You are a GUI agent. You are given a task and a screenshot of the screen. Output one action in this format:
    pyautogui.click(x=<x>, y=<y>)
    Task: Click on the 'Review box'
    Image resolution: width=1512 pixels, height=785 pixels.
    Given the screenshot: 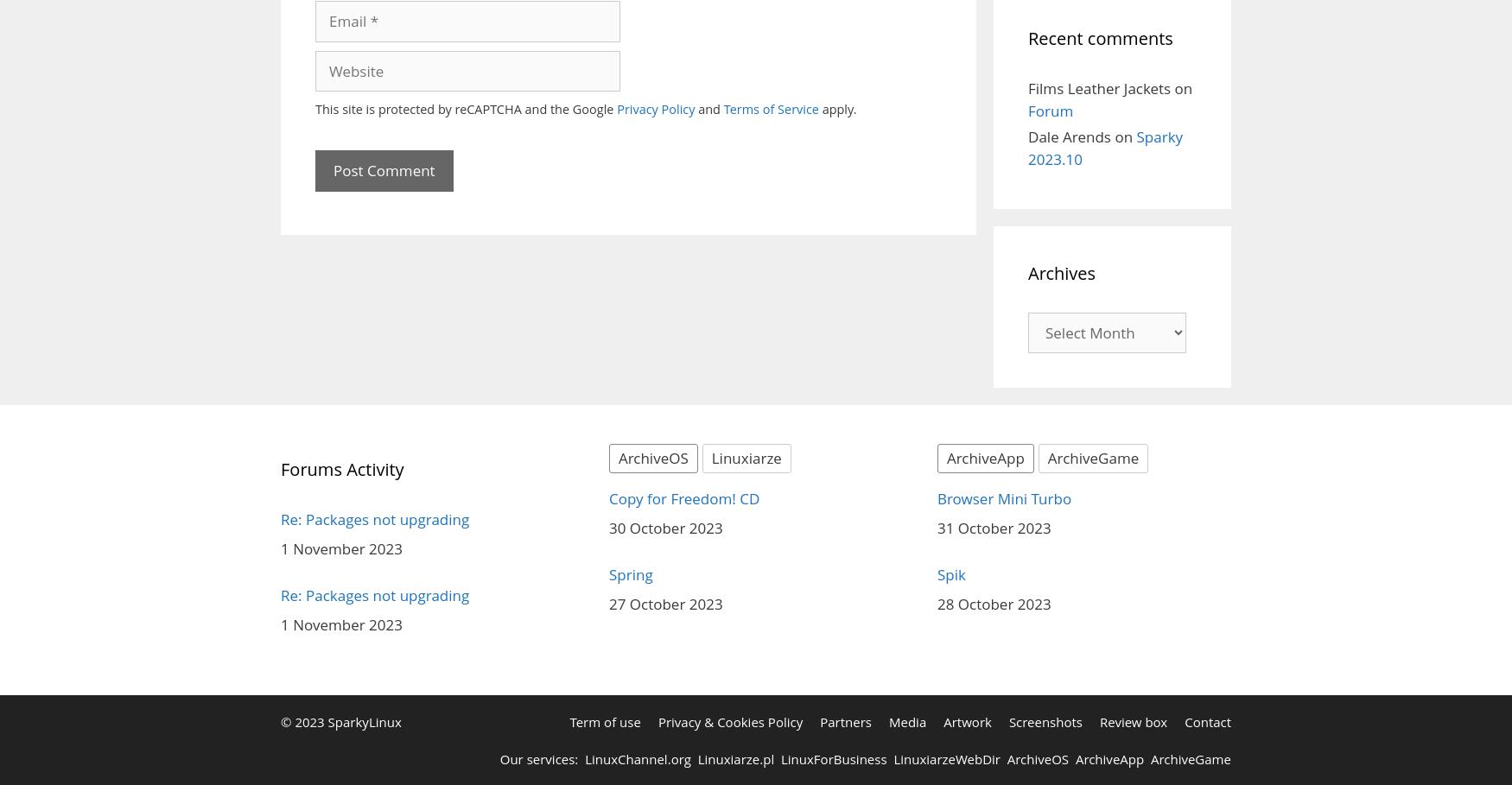 What is the action you would take?
    pyautogui.click(x=1132, y=722)
    